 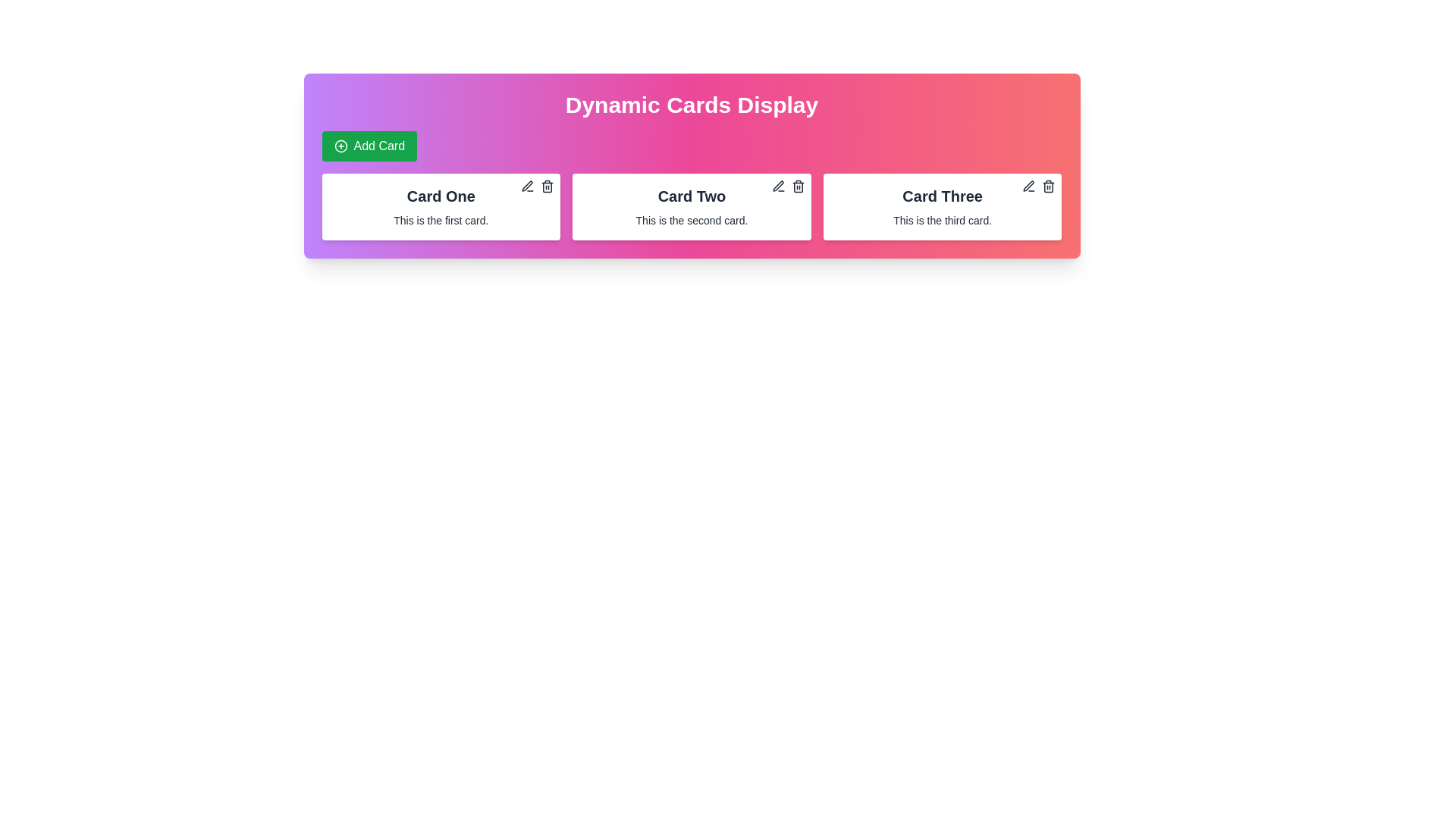 I want to click on the interactive card labeled 'Card Three', which is the third card in a row of three cards, located on the right end of the row, so click(x=942, y=207).